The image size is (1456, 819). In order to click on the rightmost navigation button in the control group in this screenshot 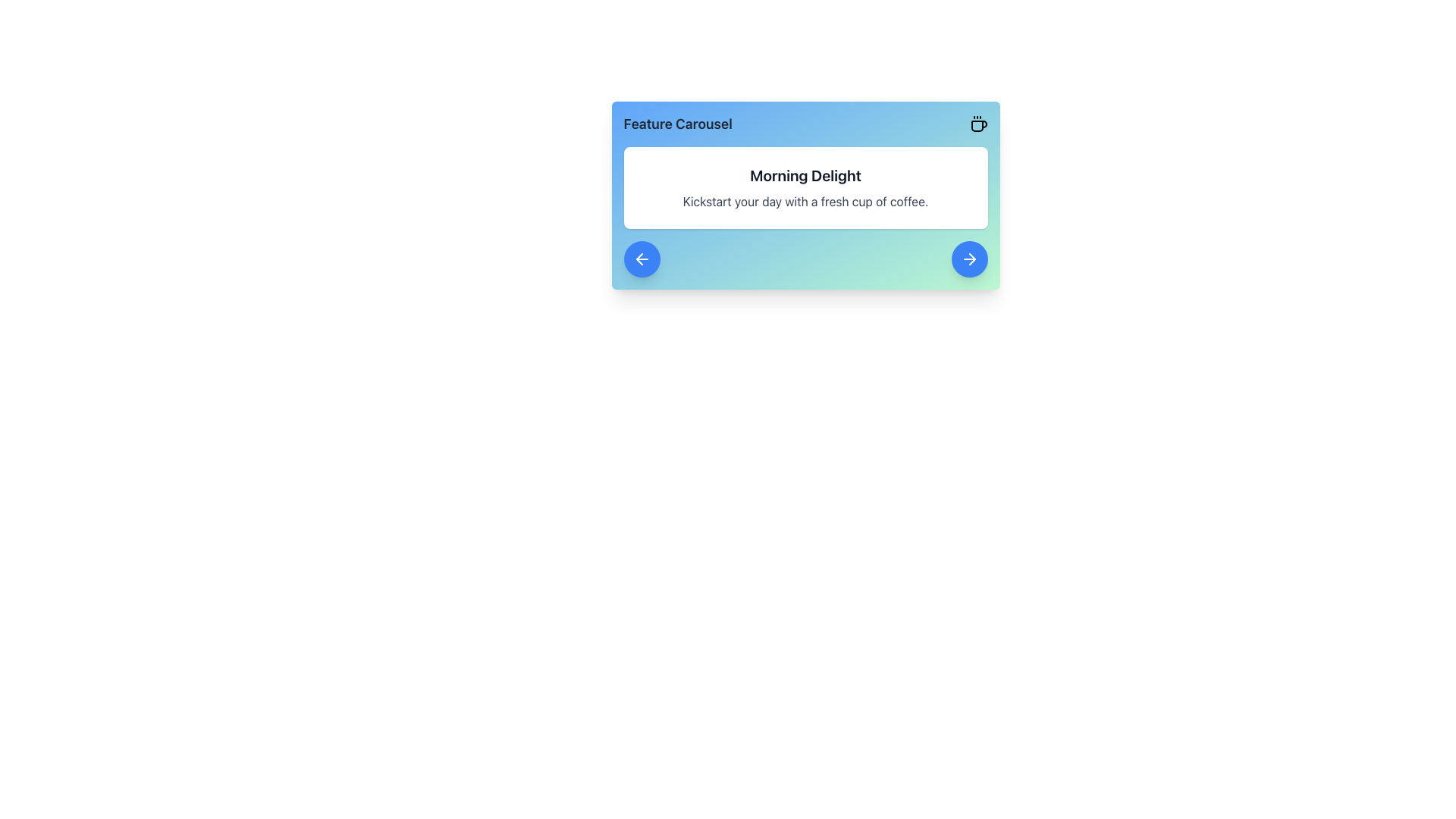, I will do `click(968, 259)`.